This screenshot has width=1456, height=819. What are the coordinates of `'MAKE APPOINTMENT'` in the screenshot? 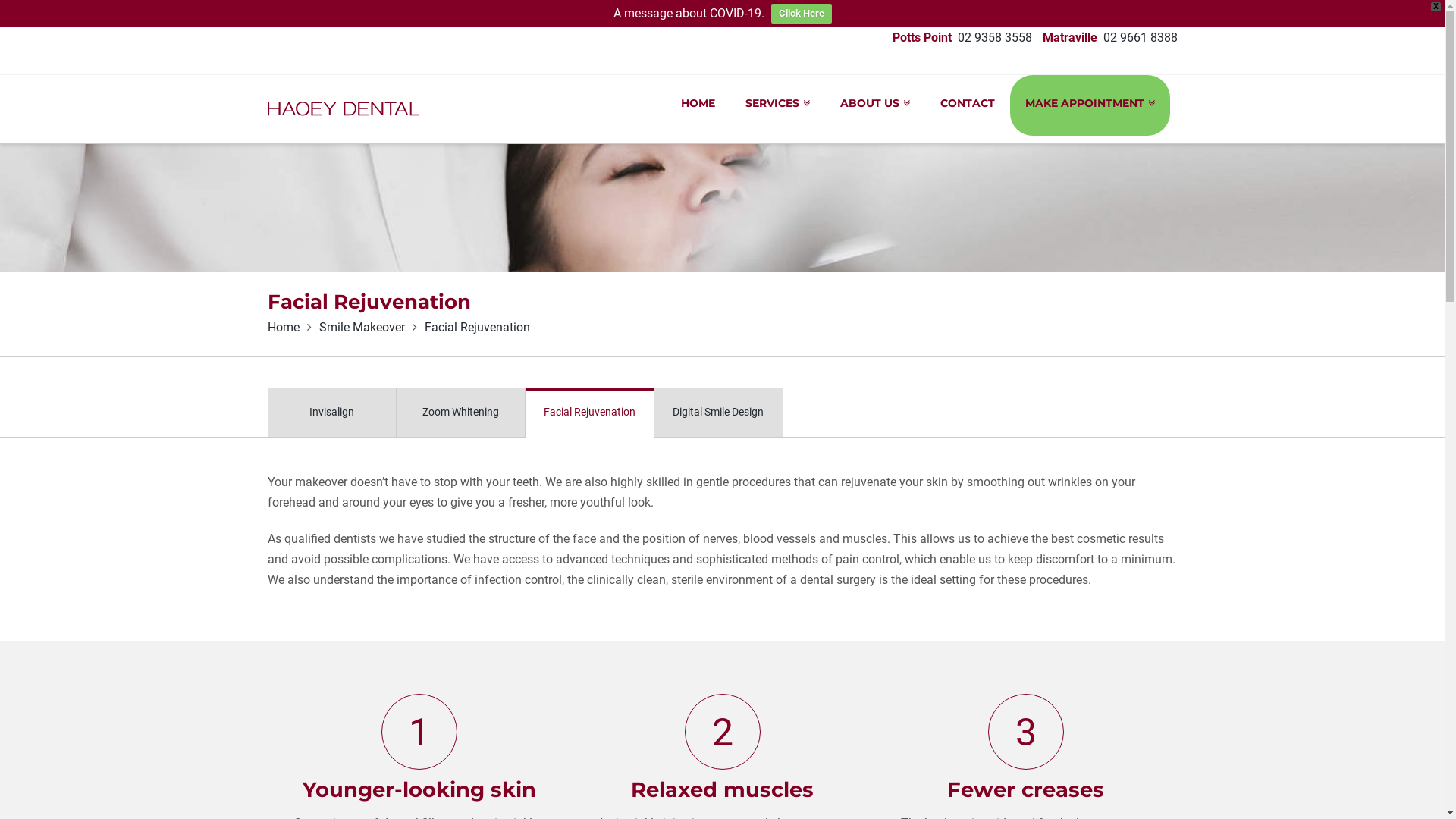 It's located at (1089, 104).